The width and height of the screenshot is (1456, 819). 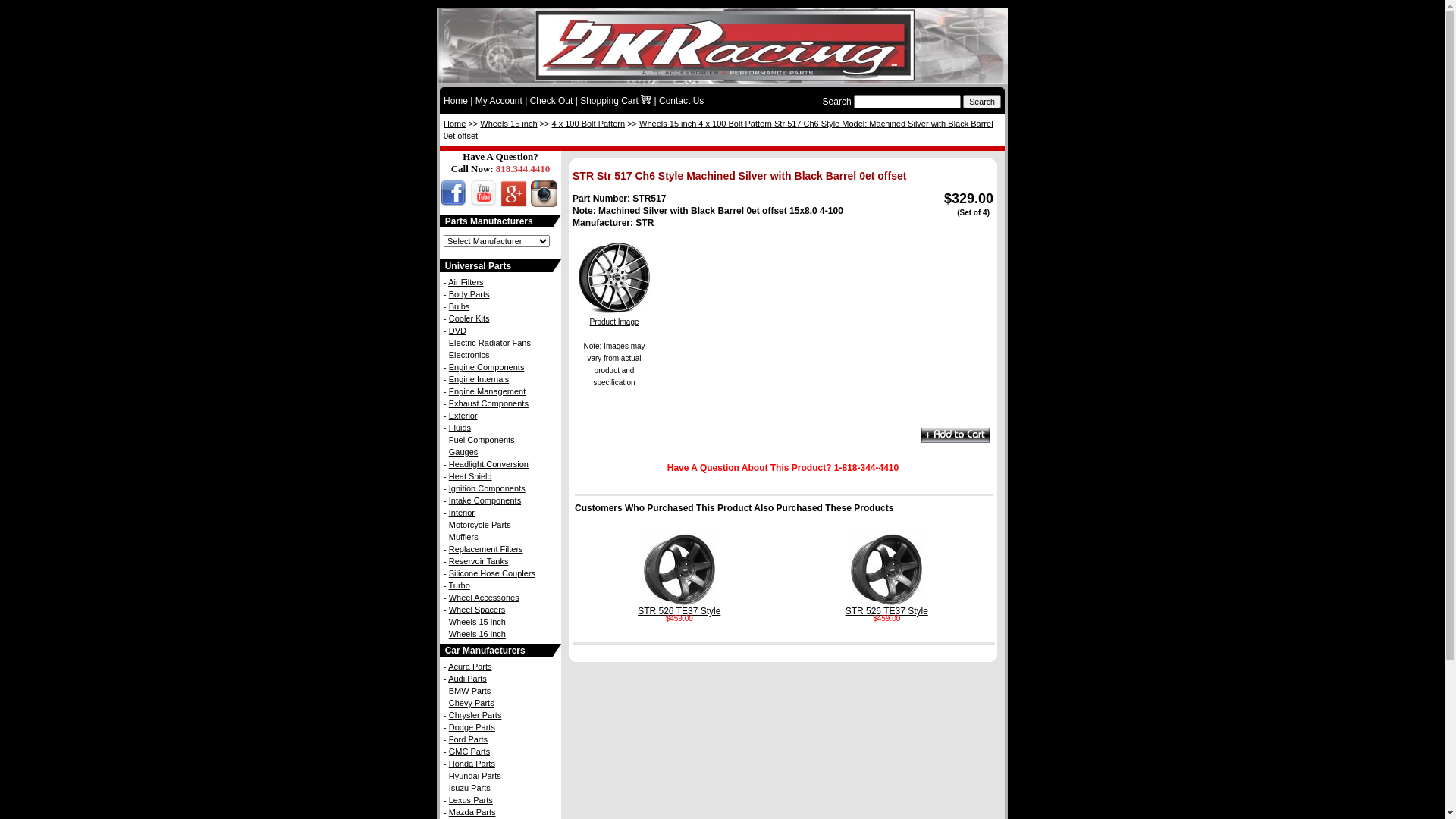 I want to click on 'Product Image', so click(x=614, y=317).